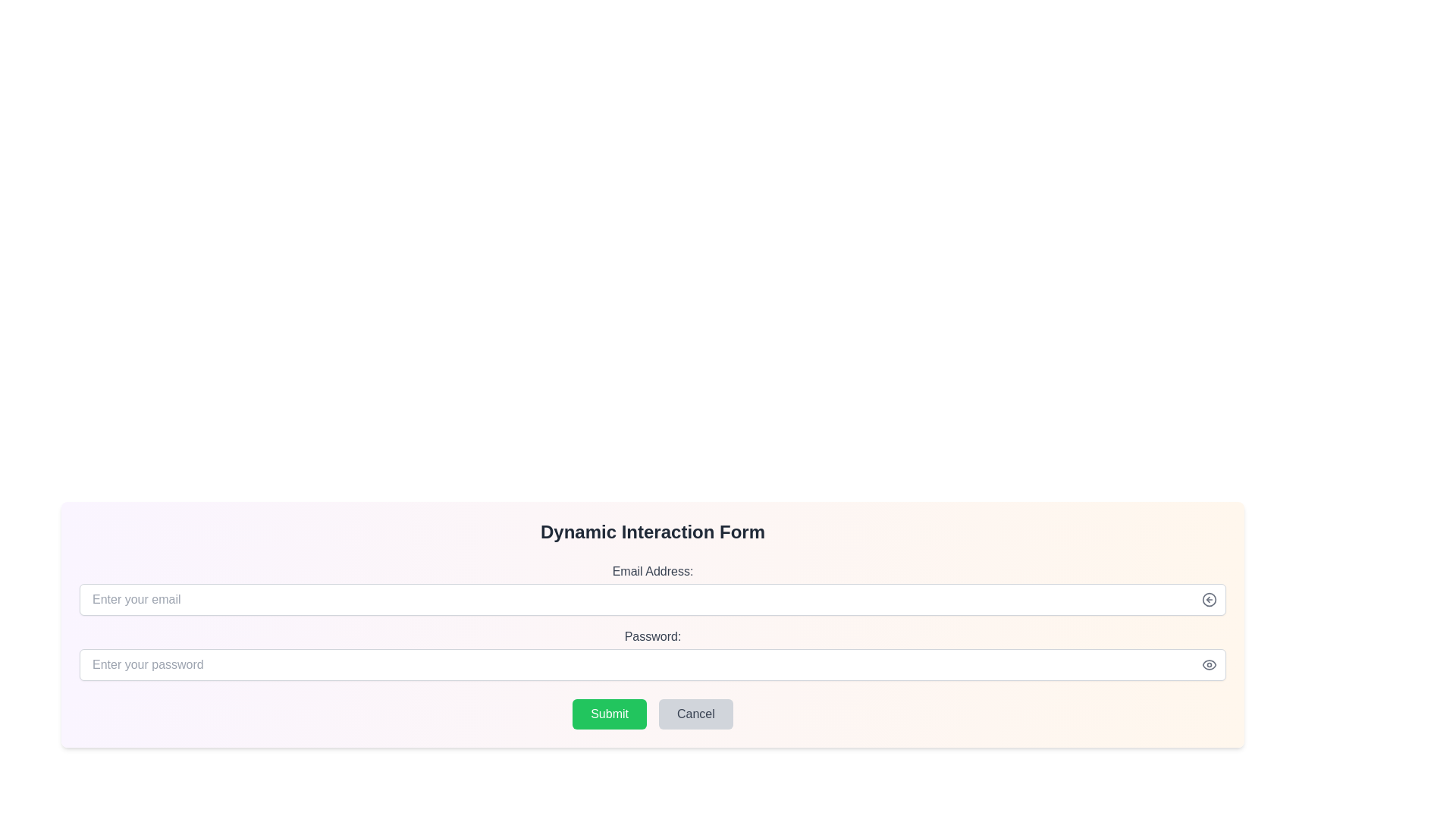 The height and width of the screenshot is (819, 1456). I want to click on the circular background element that serves as a decorative component for the left-pointing arrow icon, located at the far-right of the 'Email Address' input field, so click(1208, 598).